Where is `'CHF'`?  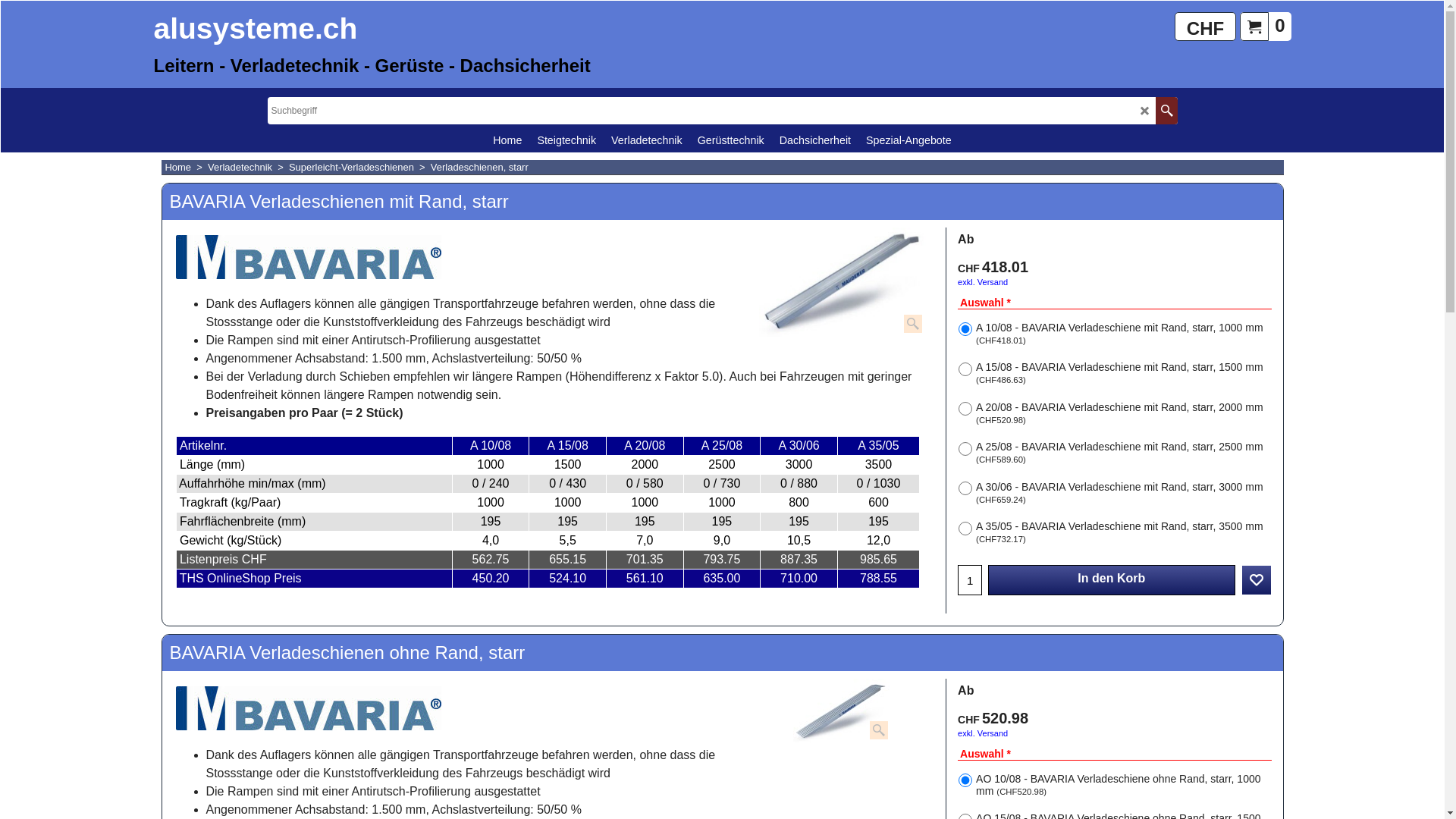
'CHF' is located at coordinates (1174, 26).